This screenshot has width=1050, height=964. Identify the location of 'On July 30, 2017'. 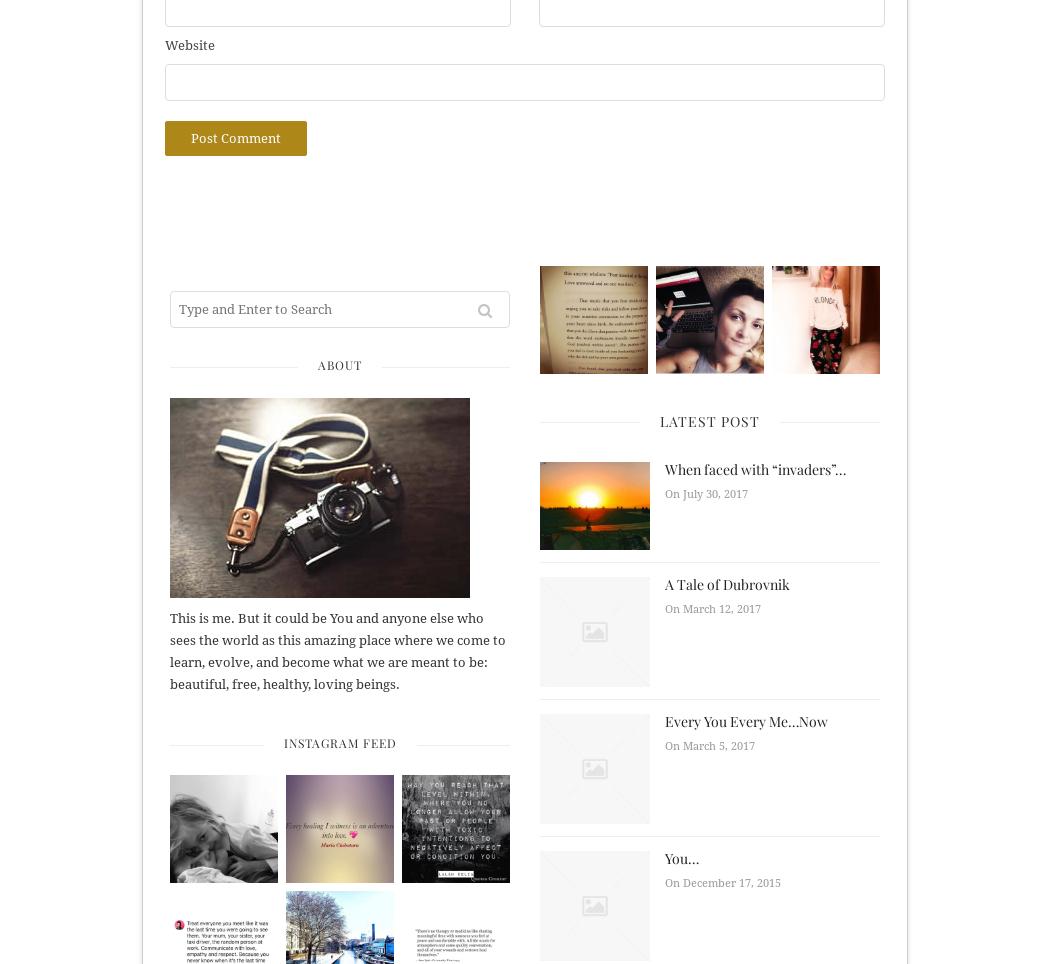
(706, 493).